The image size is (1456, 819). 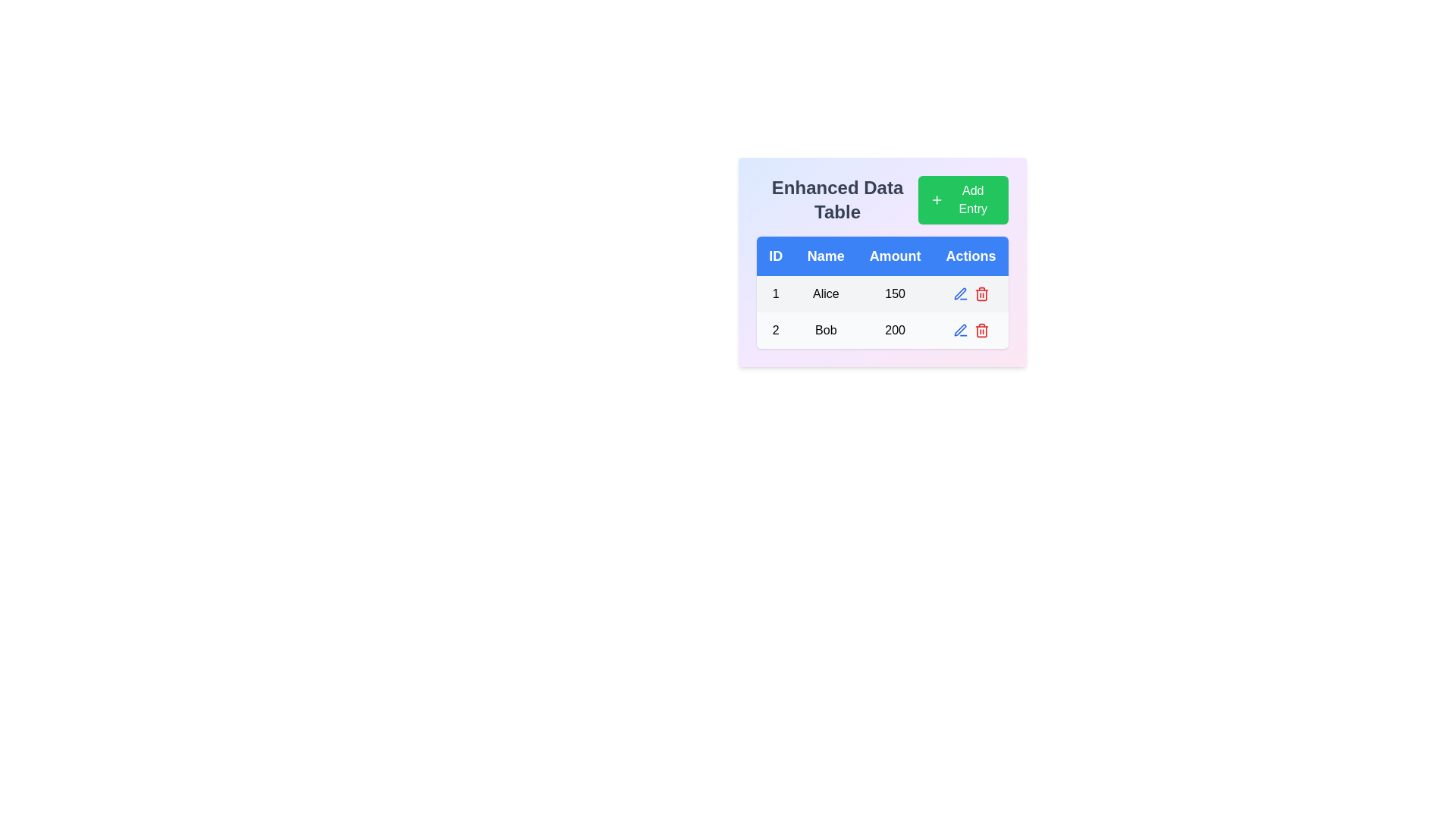 I want to click on the trash bin icon styled in red within the action column of the data table, so click(x=981, y=294).